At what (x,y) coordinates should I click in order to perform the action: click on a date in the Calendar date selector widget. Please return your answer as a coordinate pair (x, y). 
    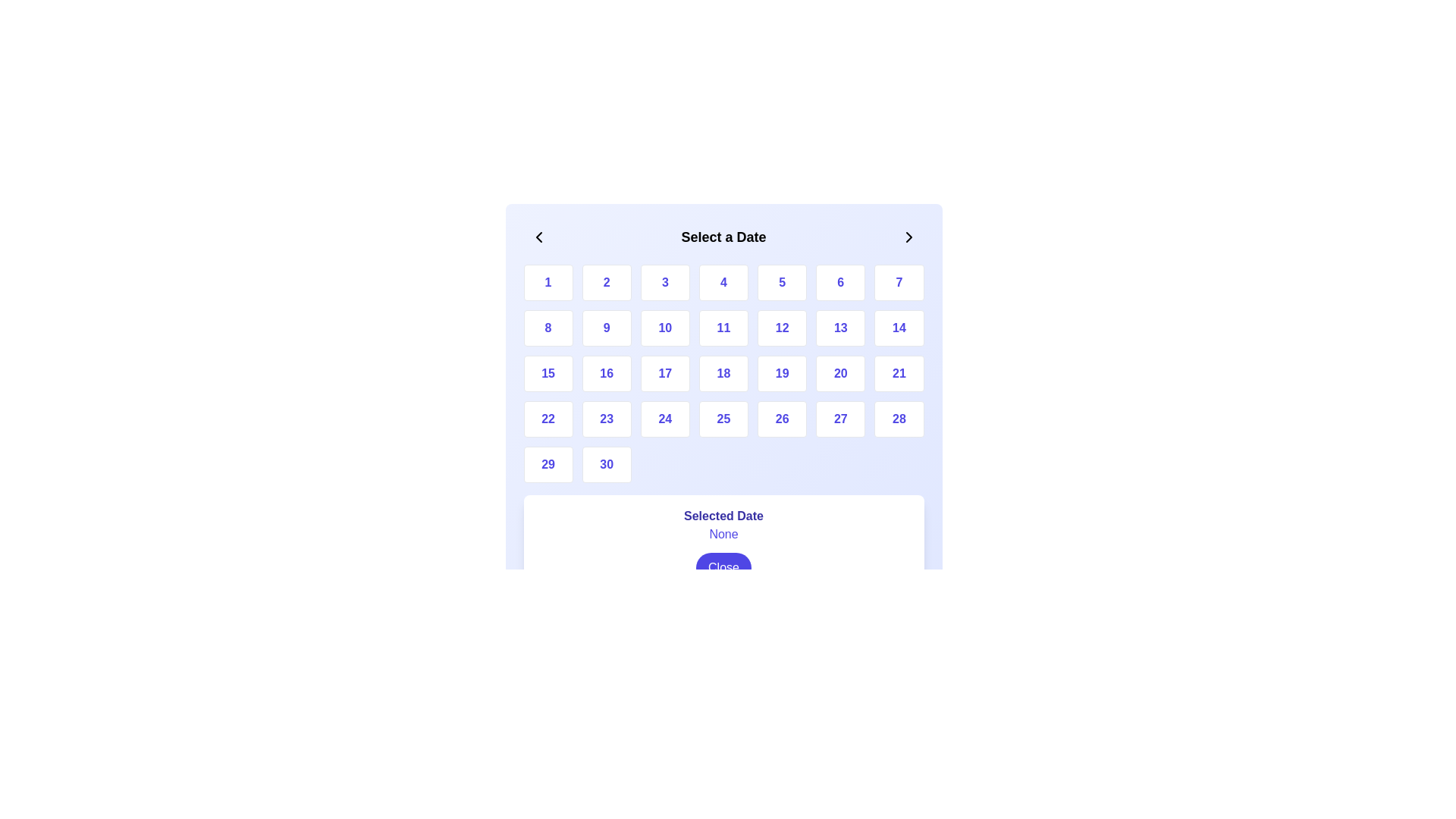
    Looking at the image, I should click on (723, 408).